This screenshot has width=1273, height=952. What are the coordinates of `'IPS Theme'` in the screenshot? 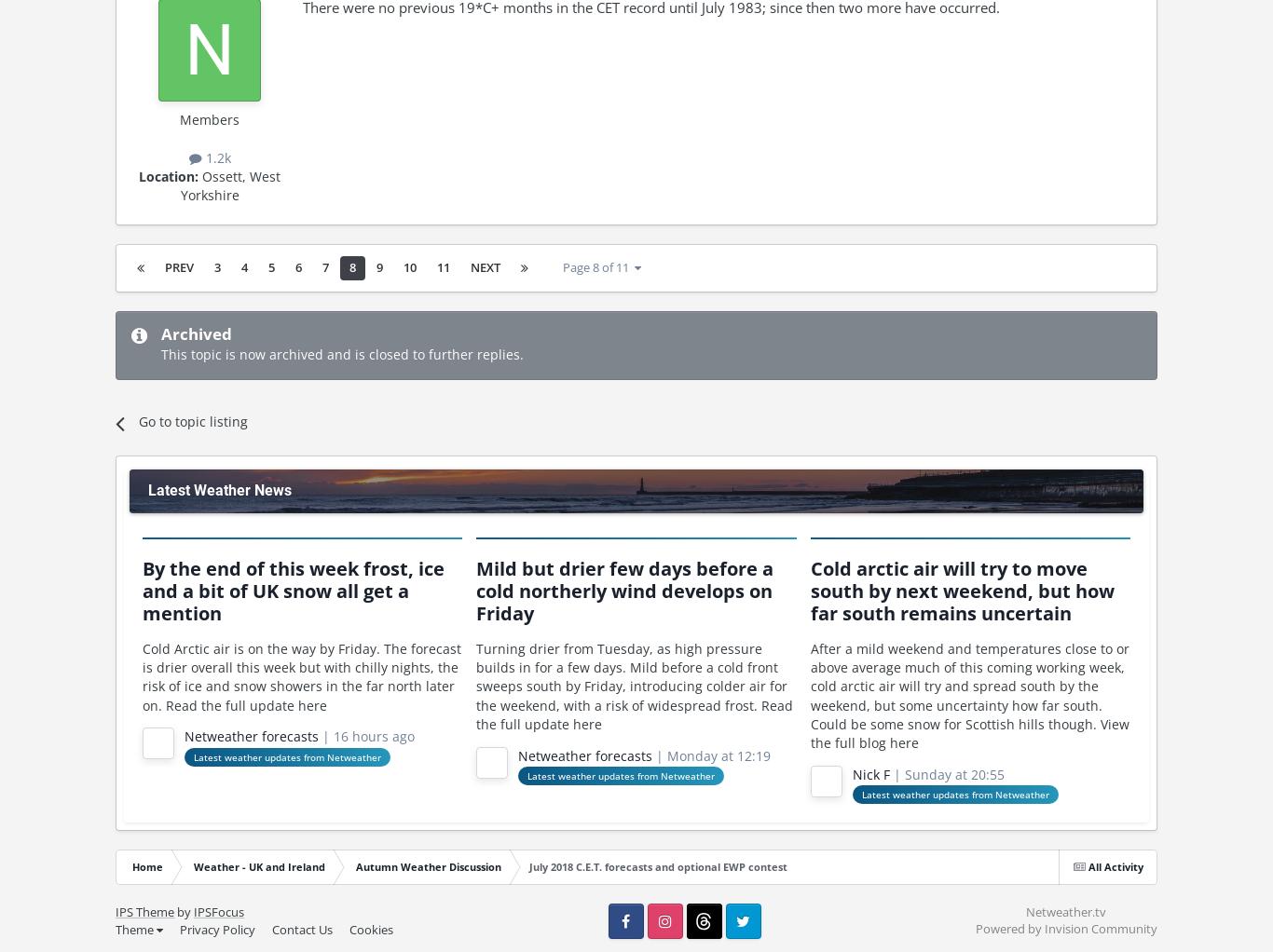 It's located at (144, 910).